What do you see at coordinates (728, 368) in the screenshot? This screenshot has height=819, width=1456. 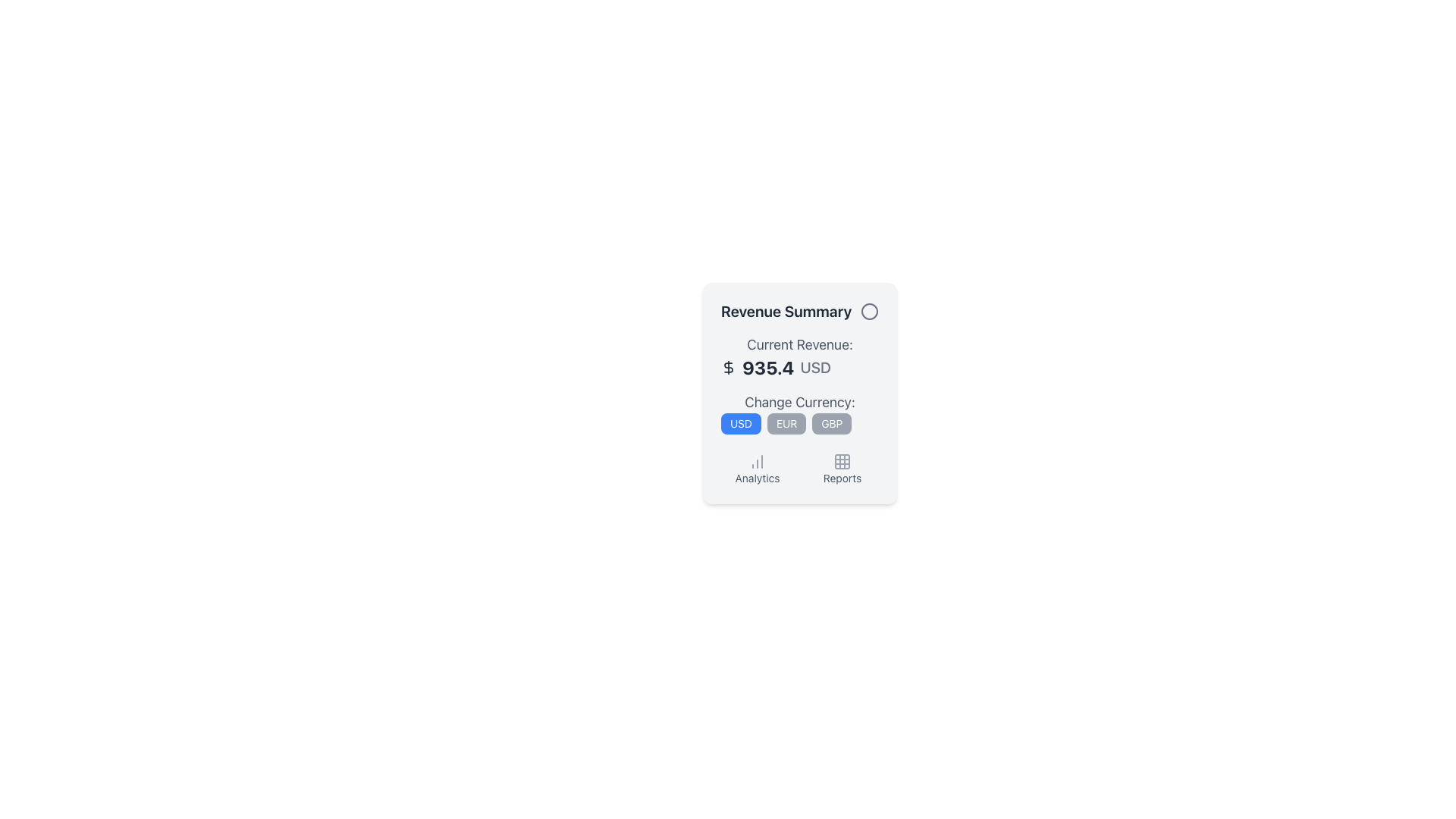 I see `the dollar sign icon, which is styled with a minimalistic, thin-stroke design and located to the left of the text '935.4 USD' under the label 'Current Revenue:'` at bounding box center [728, 368].